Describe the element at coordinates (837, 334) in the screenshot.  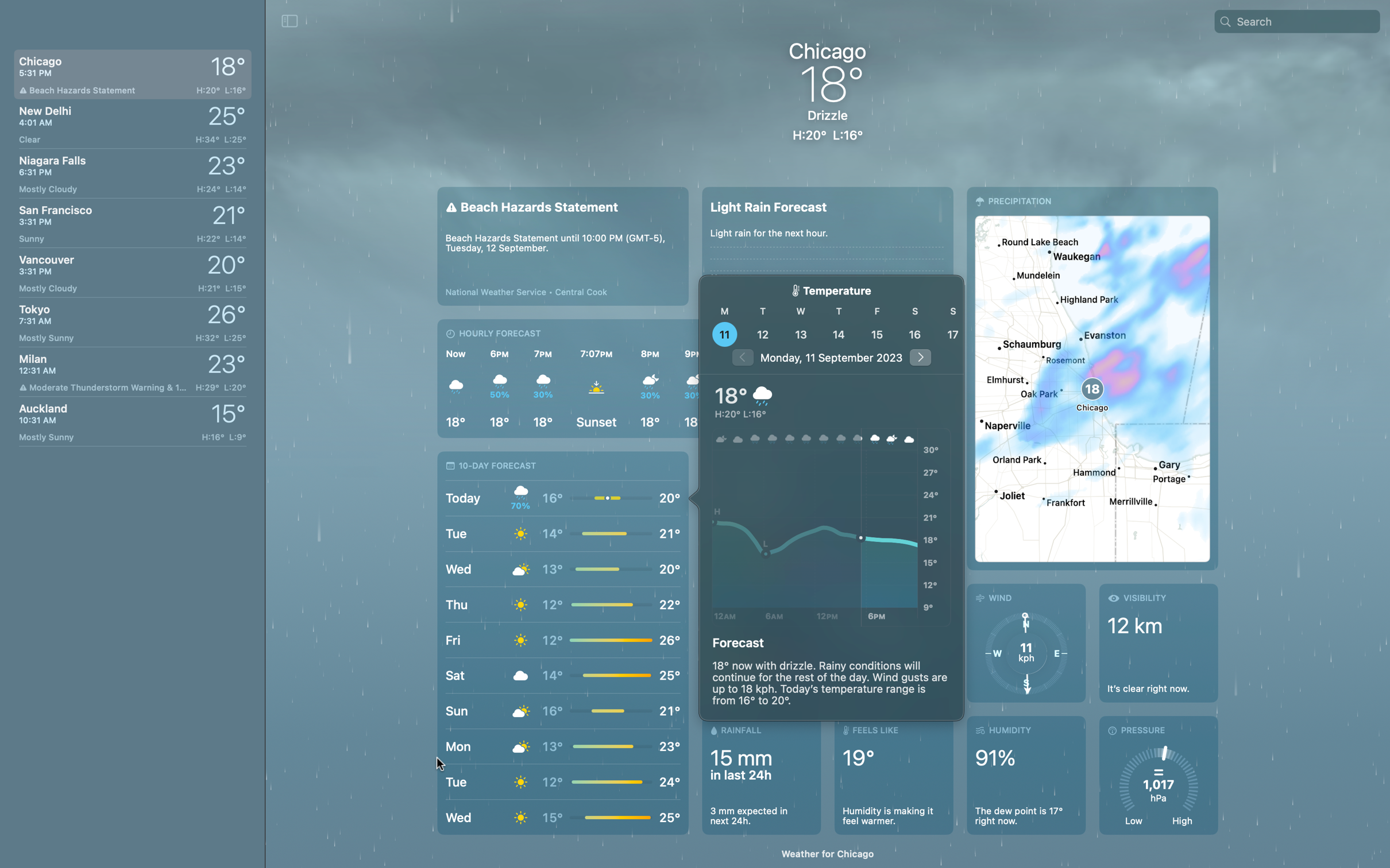
I see `Look at the forecast for the 14th` at that location.